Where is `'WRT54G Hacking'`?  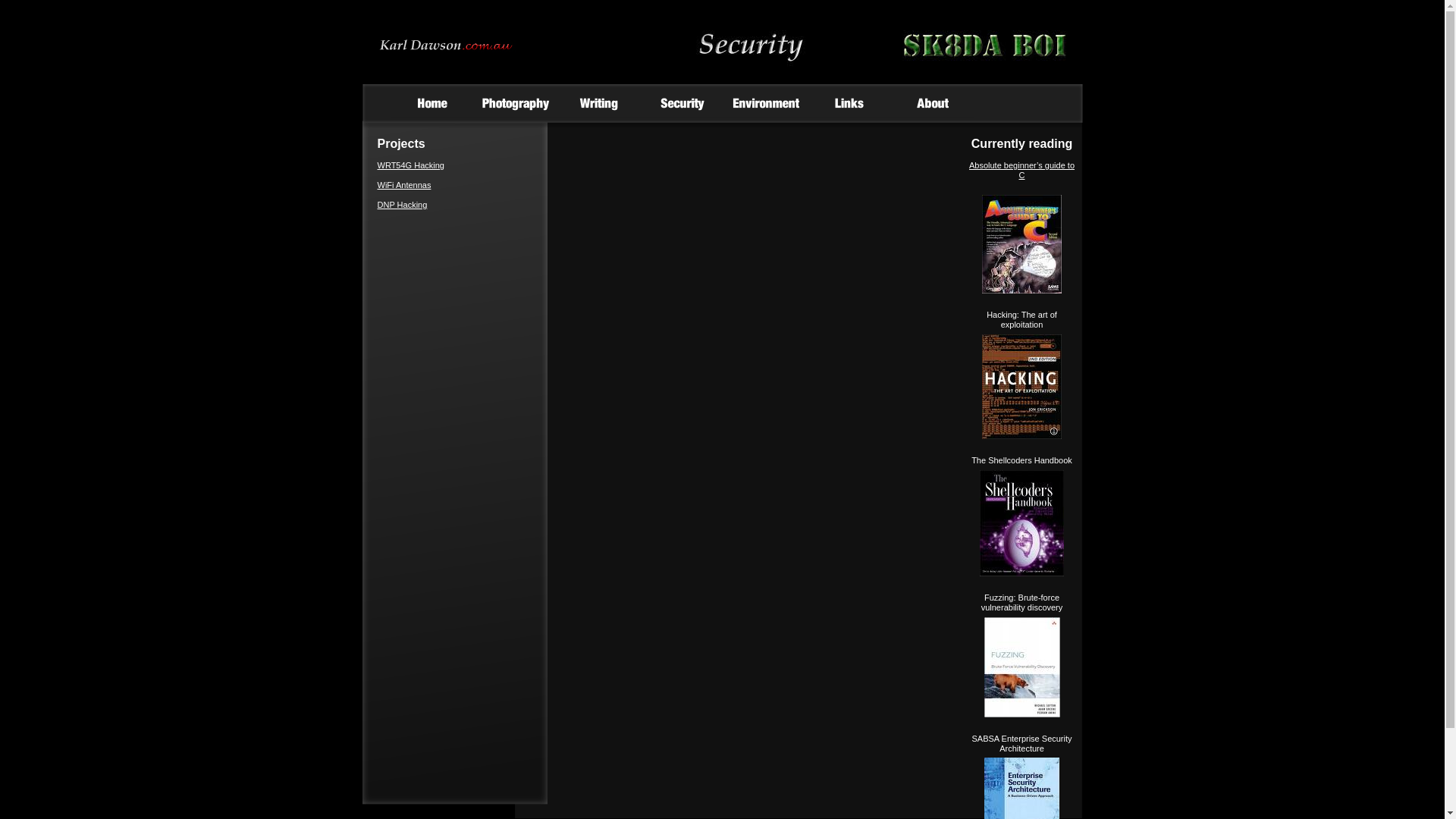
'WRT54G Hacking' is located at coordinates (411, 165).